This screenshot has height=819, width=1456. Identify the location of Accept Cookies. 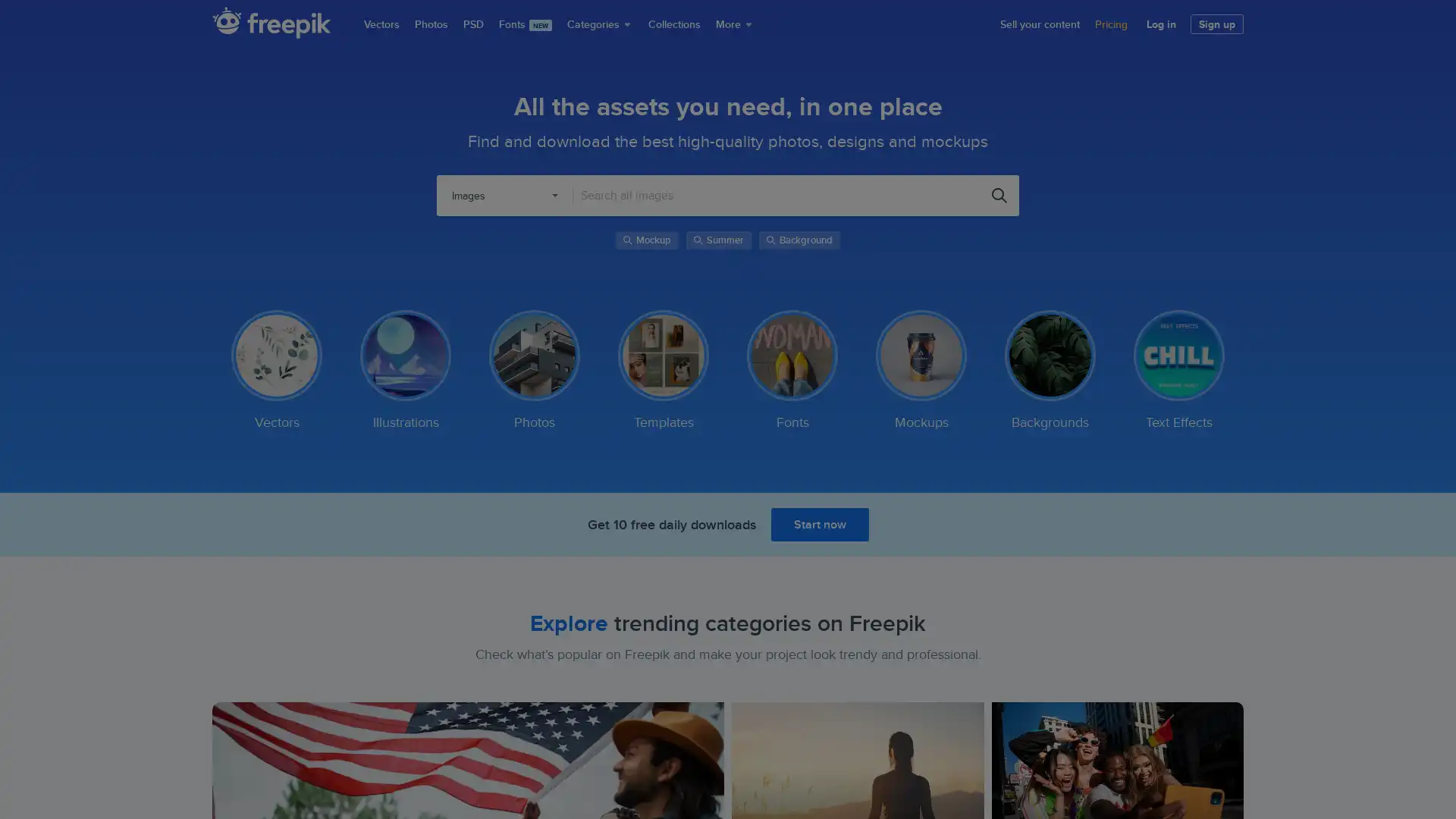
(1200, 786).